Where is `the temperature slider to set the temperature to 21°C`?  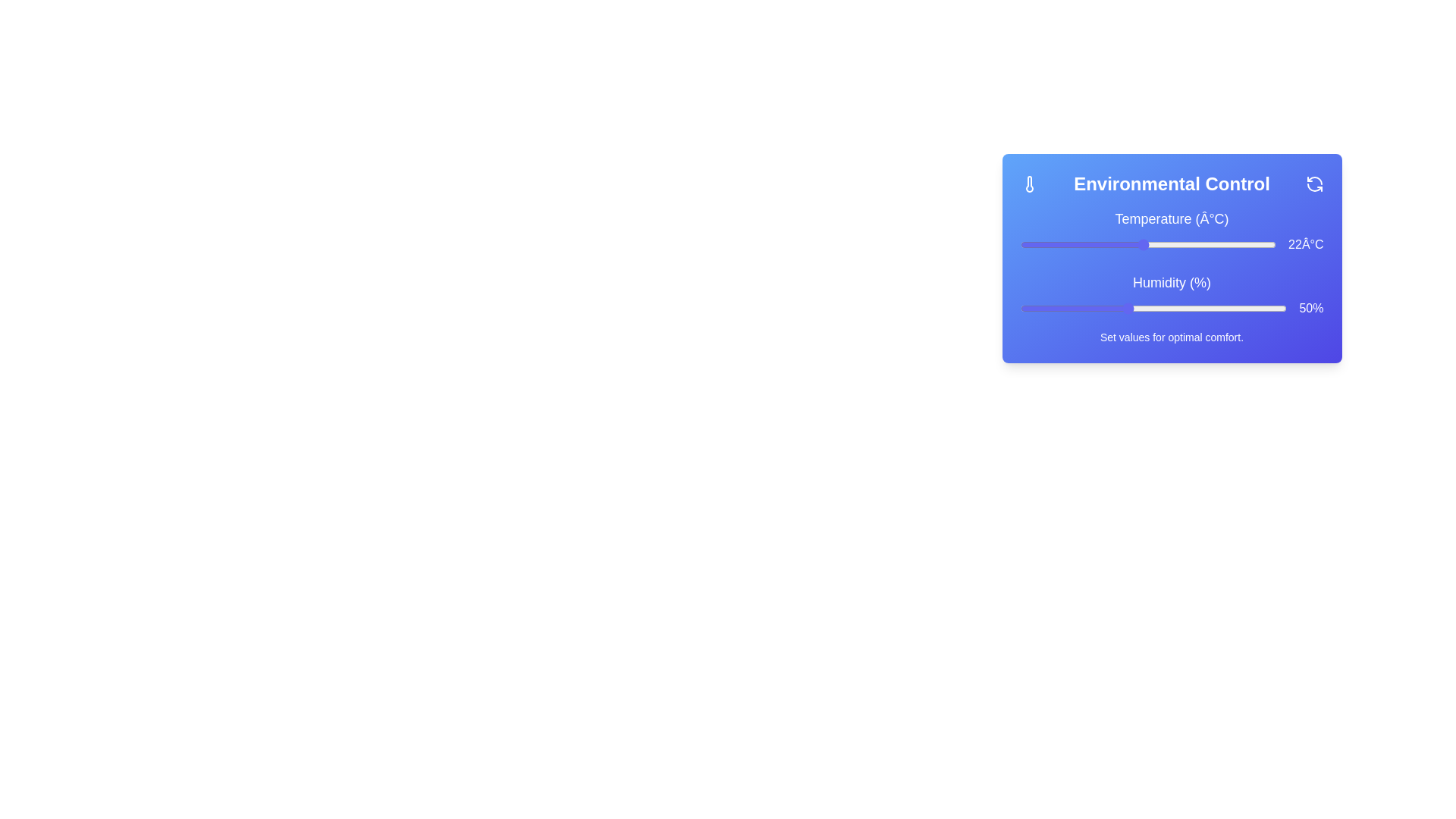 the temperature slider to set the temperature to 21°C is located at coordinates (1132, 244).